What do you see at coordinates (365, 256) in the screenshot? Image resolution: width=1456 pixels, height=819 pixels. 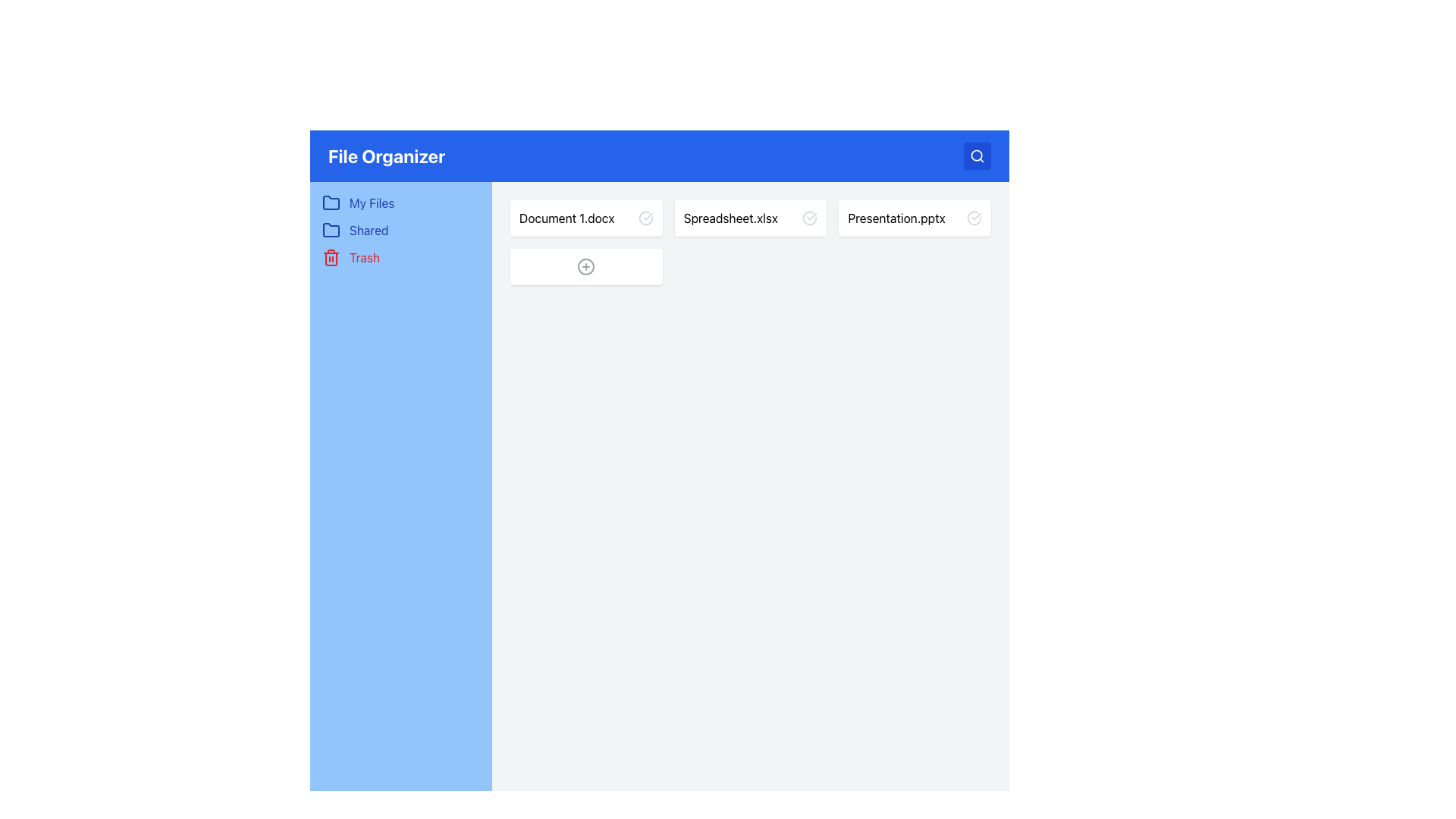 I see `the 'Trash' text label in the navigation menu, which indicates the section for deleted items` at bounding box center [365, 256].